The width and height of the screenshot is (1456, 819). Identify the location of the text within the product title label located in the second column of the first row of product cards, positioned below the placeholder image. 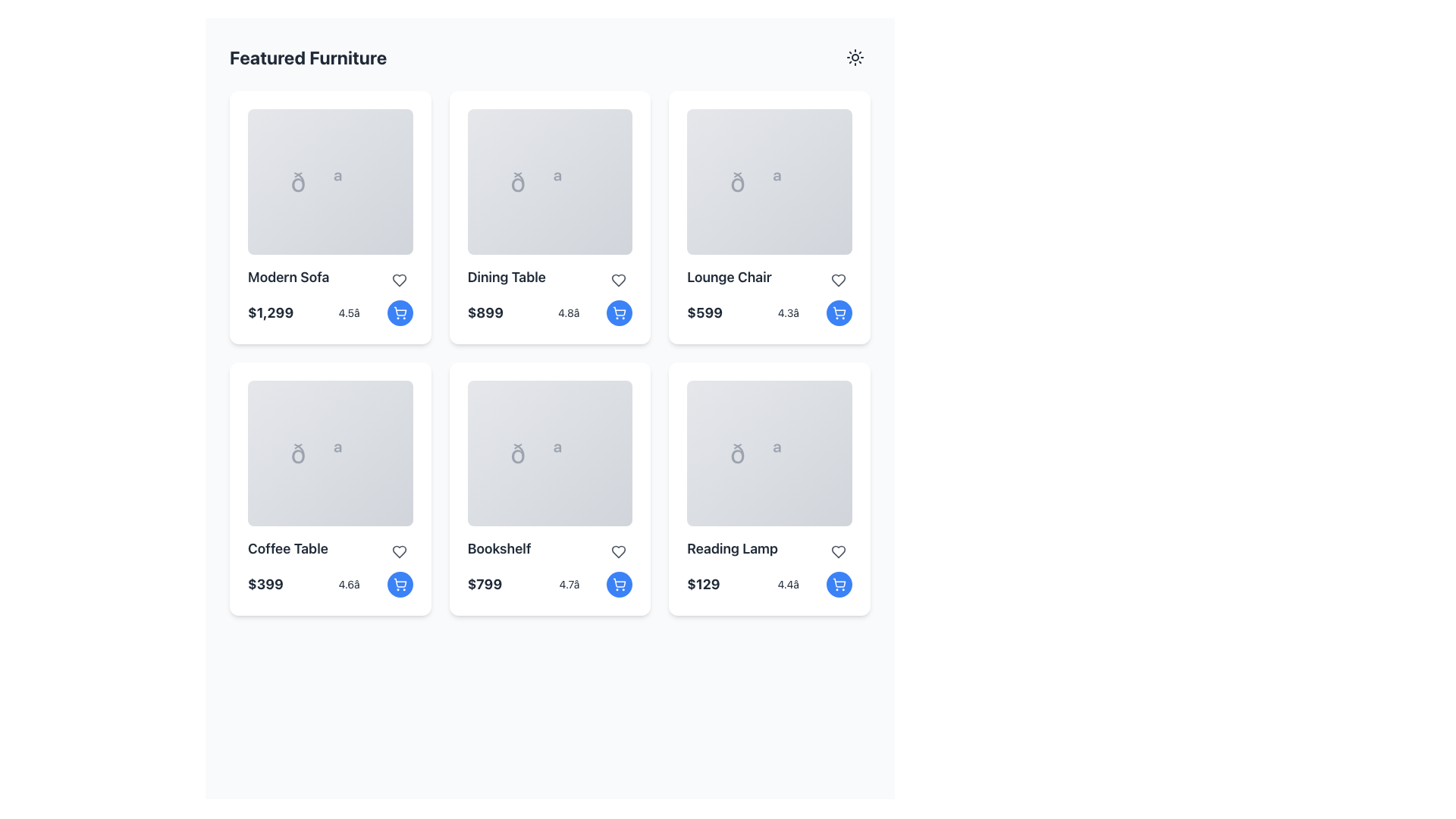
(549, 281).